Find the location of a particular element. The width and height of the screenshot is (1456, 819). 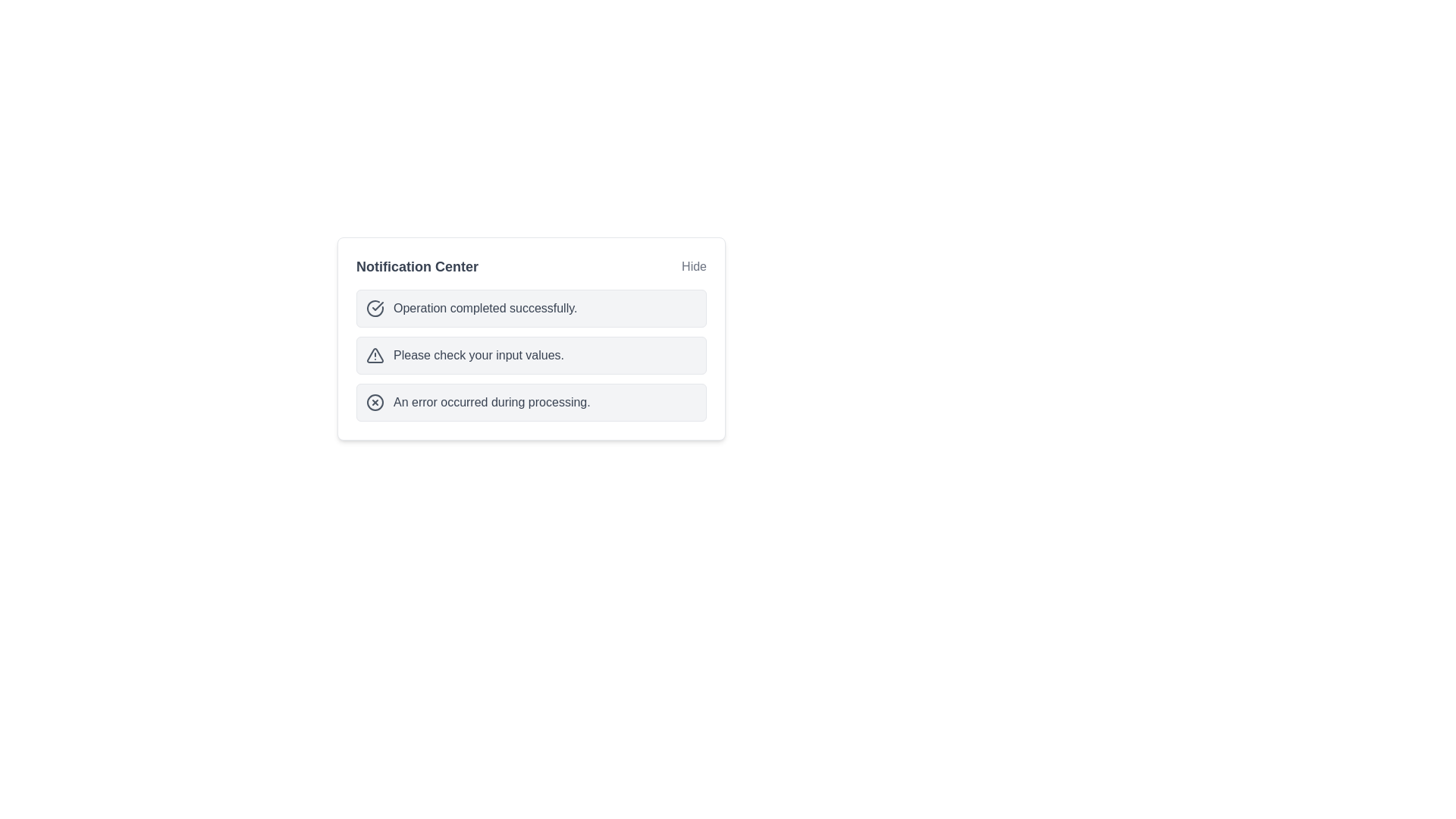

the 'Notification Center' heading, which is a prominently displayed text in bold font at the top-left corner of the notification panel, to visually interact with it is located at coordinates (417, 265).